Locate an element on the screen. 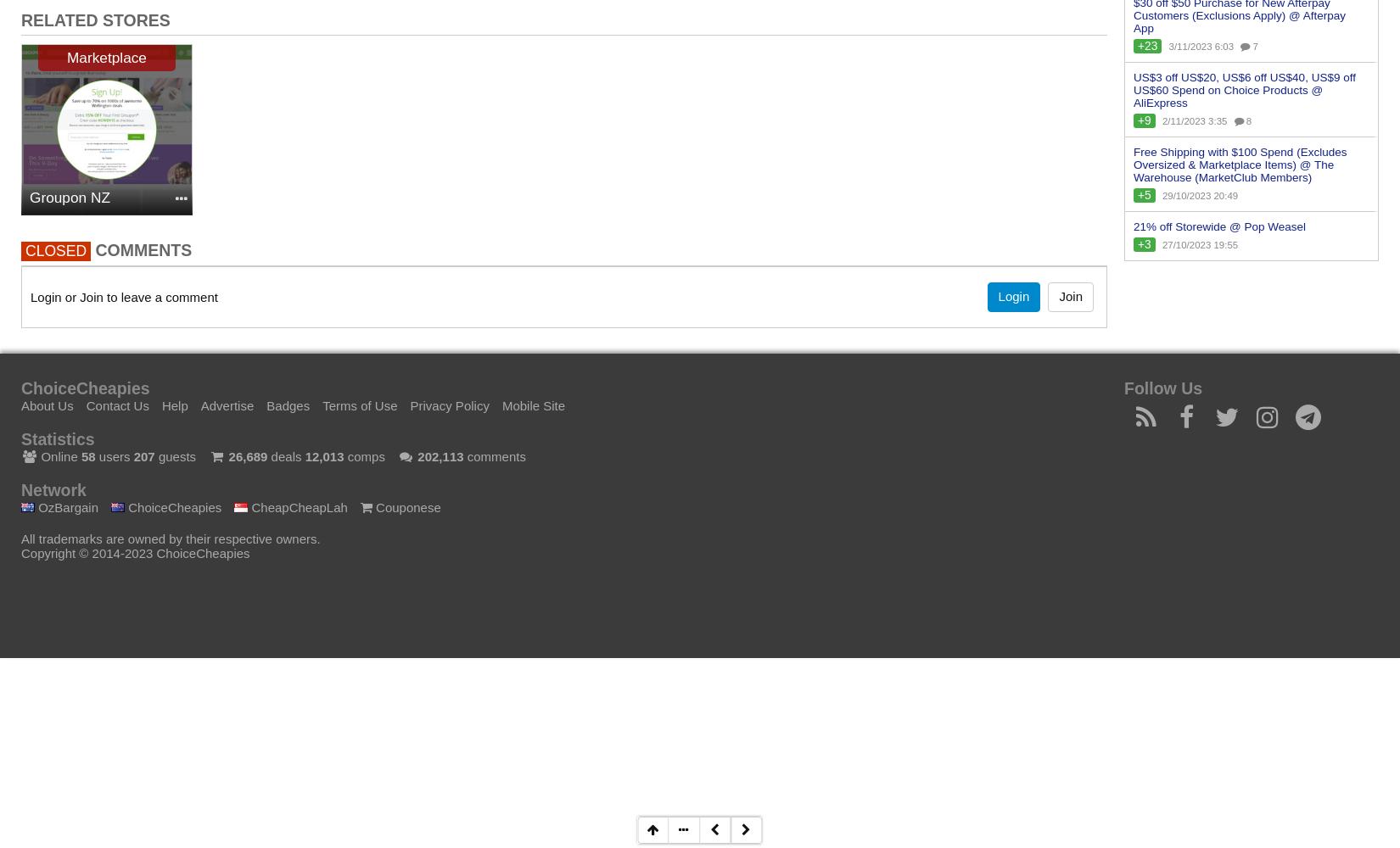 This screenshot has width=1400, height=848. 'Follow Us' is located at coordinates (1162, 387).